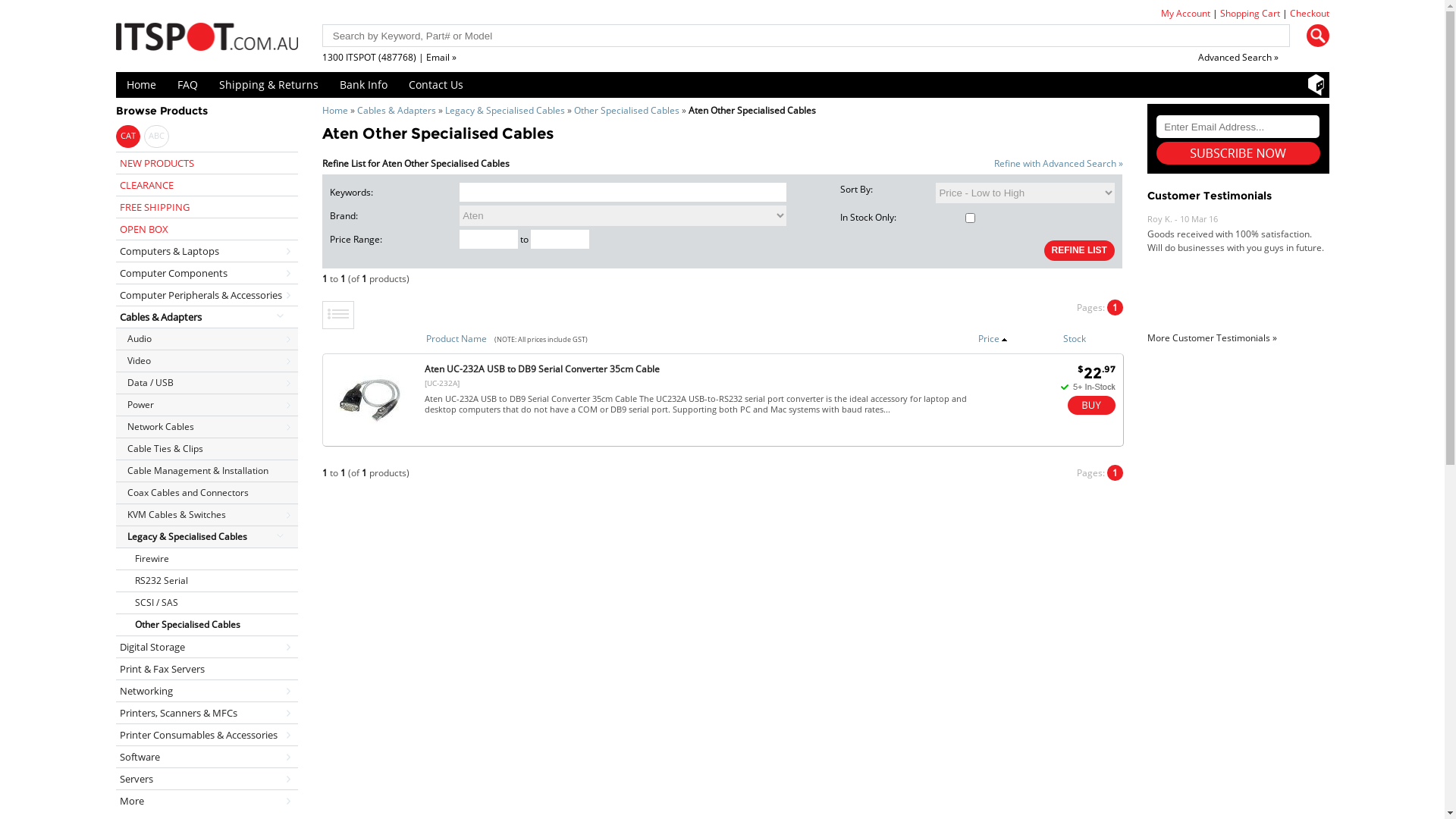  I want to click on 'Bank Info', so click(362, 84).